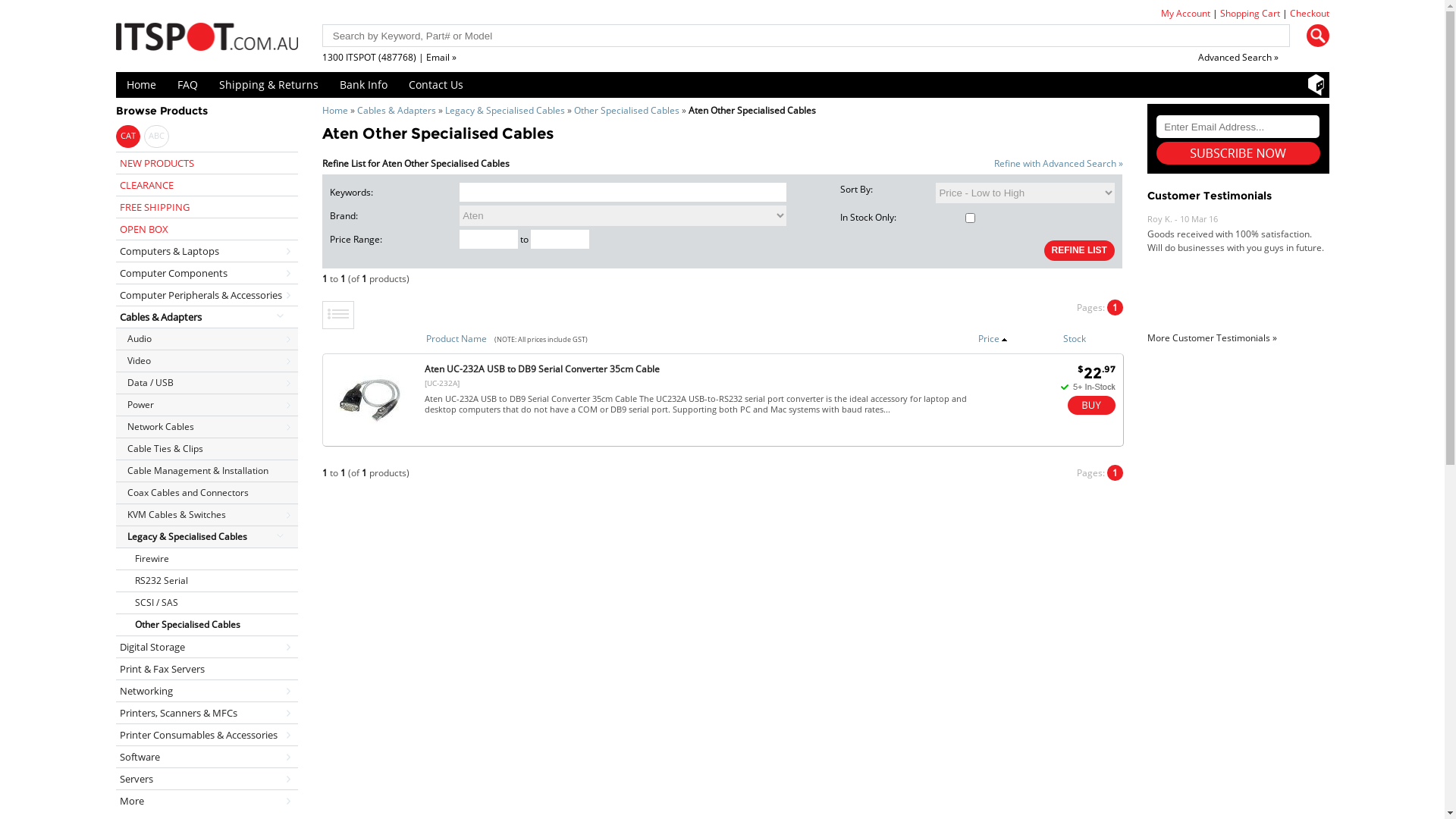  I want to click on 'Bank Info', so click(362, 84).